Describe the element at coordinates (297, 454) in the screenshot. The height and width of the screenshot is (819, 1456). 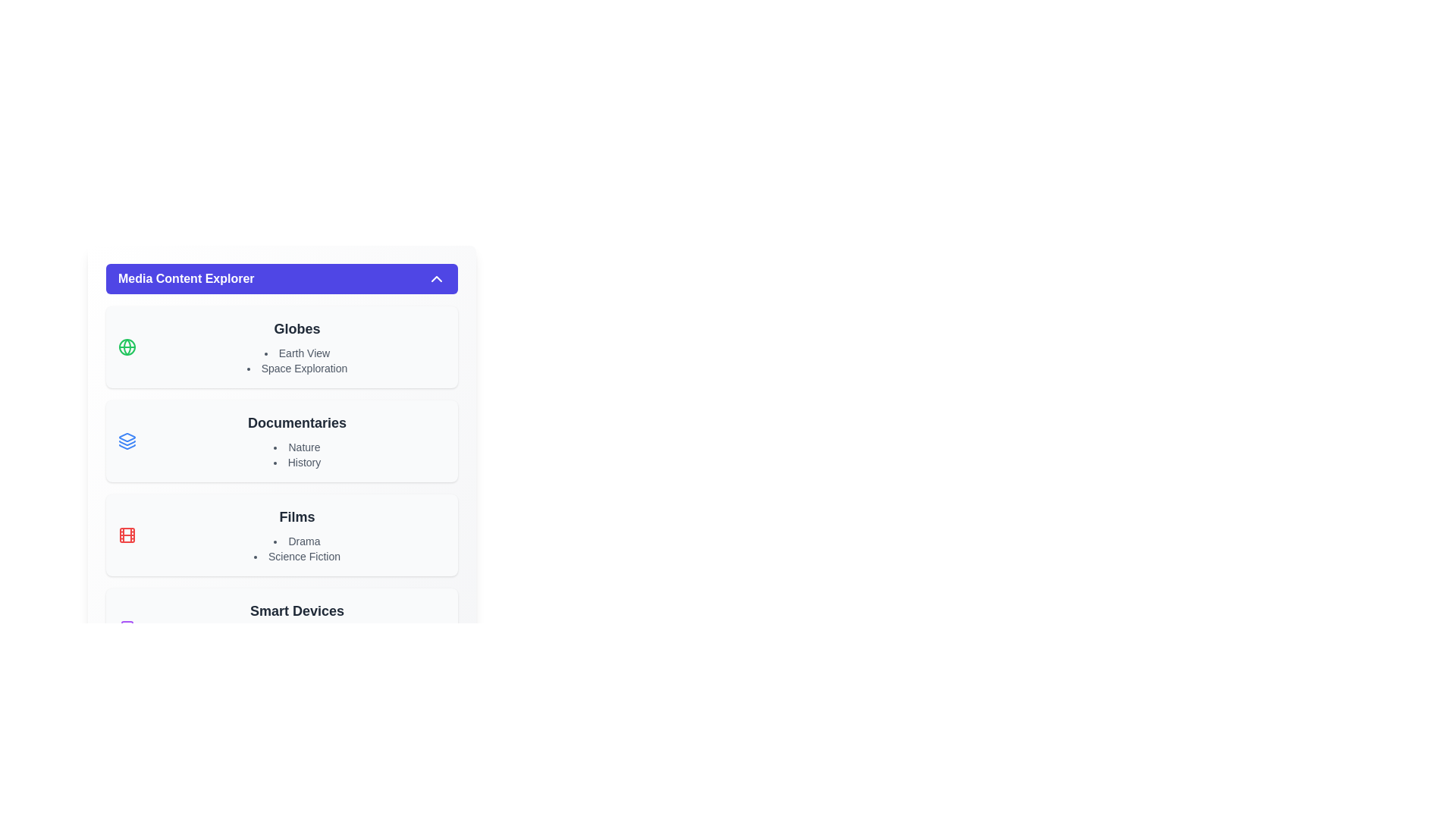
I see `the textual list element displaying the subcategories 'Nature' and 'History' located below the 'Documentaries' title` at that location.